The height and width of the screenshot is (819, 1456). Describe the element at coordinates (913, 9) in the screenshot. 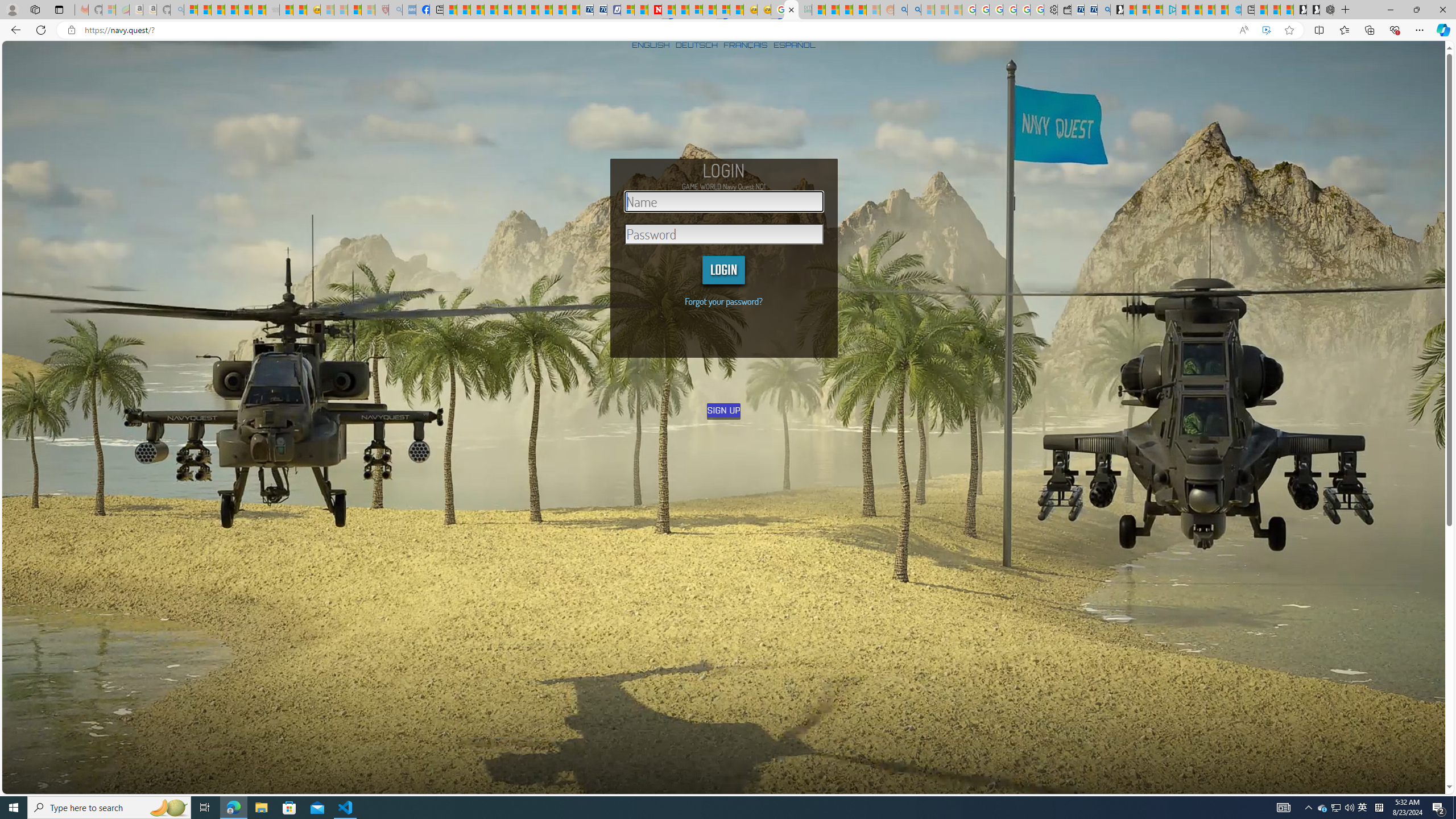

I see `'Utah sues federal government - Search'` at that location.